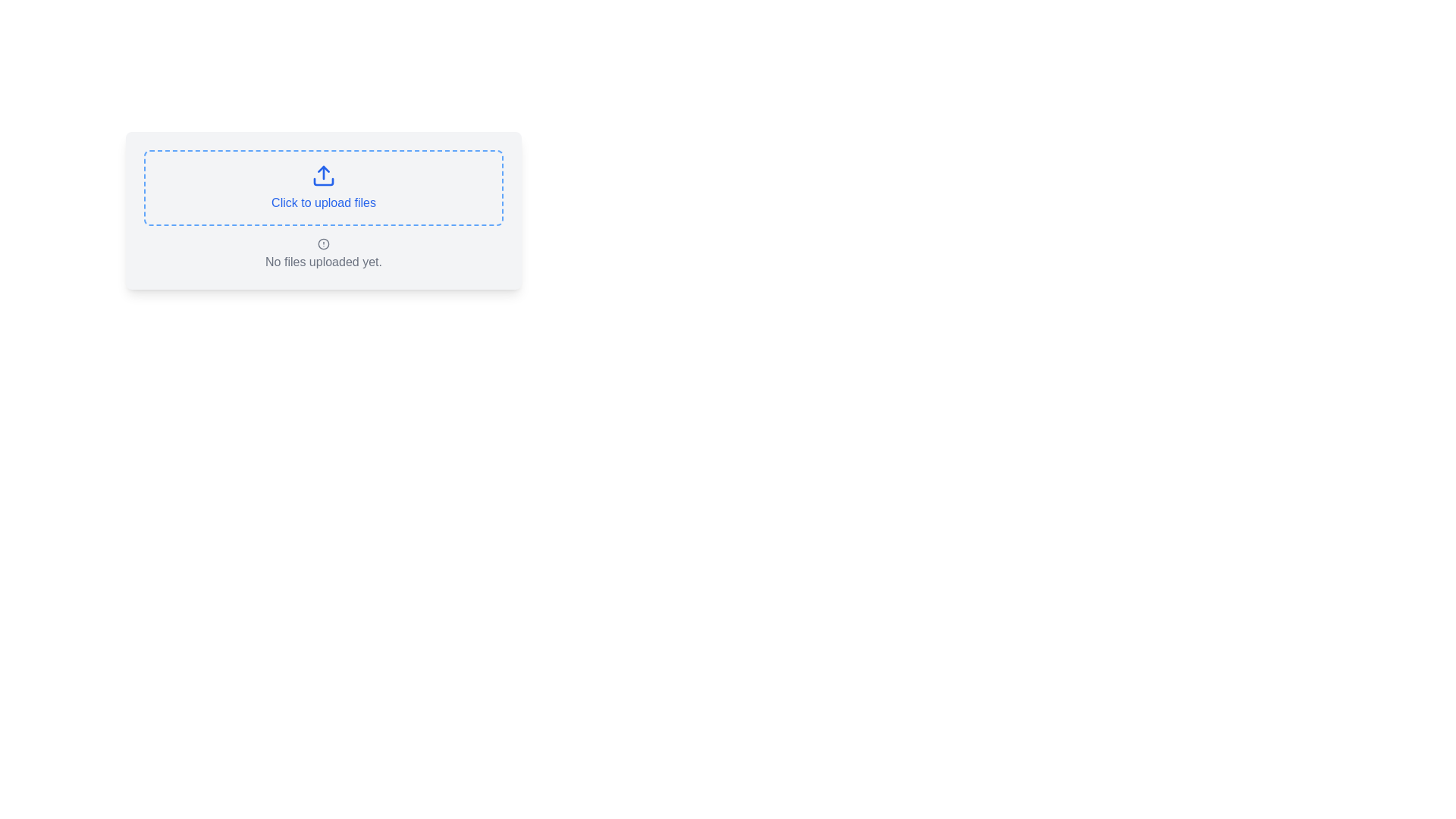  Describe the element at coordinates (323, 174) in the screenshot. I see `the SVG icon representing the upload action, which is part of a clickable area labeled 'Click to upload files' located in the upper part of the interface` at that location.